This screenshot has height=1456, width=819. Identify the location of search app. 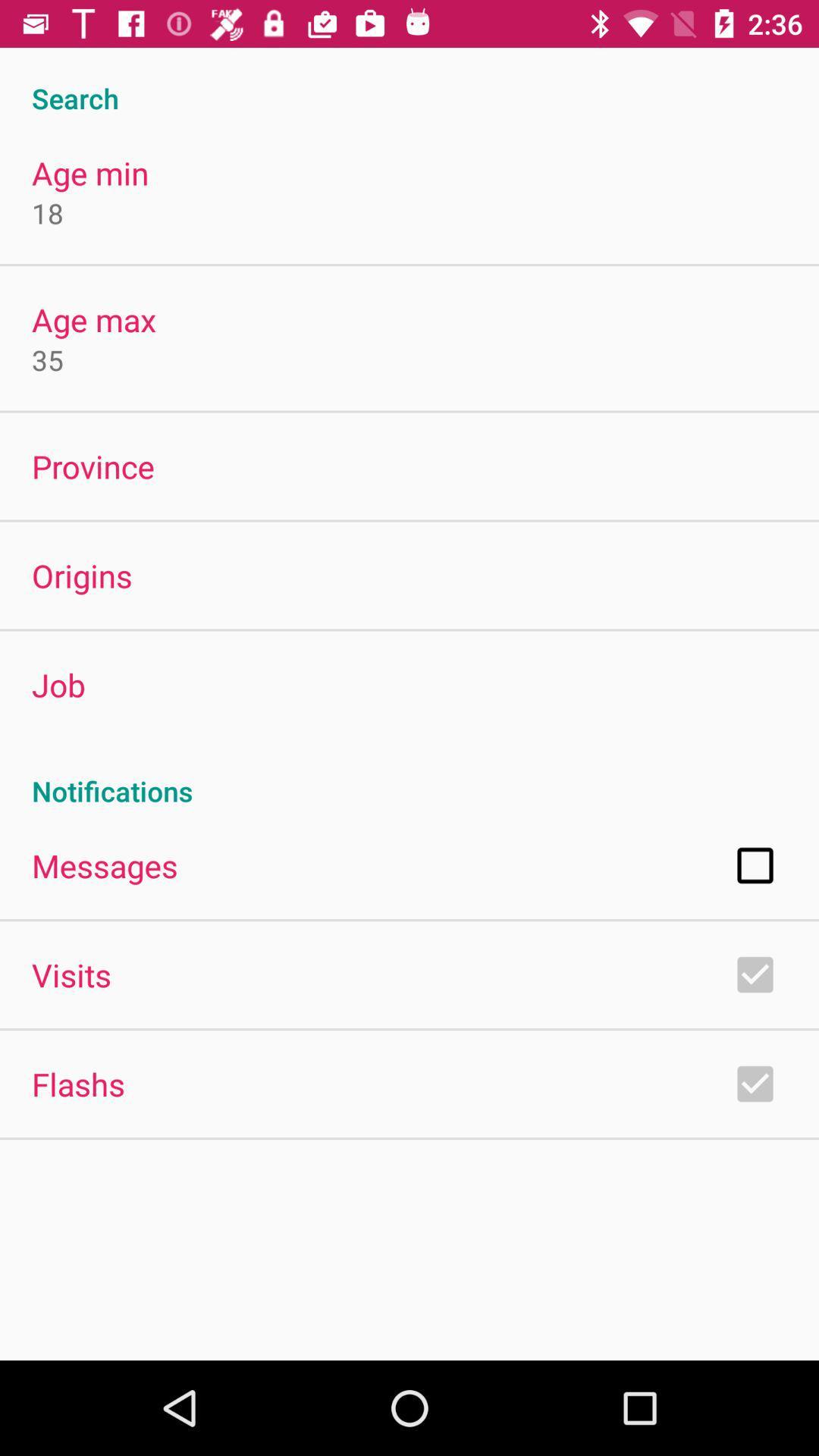
(409, 81).